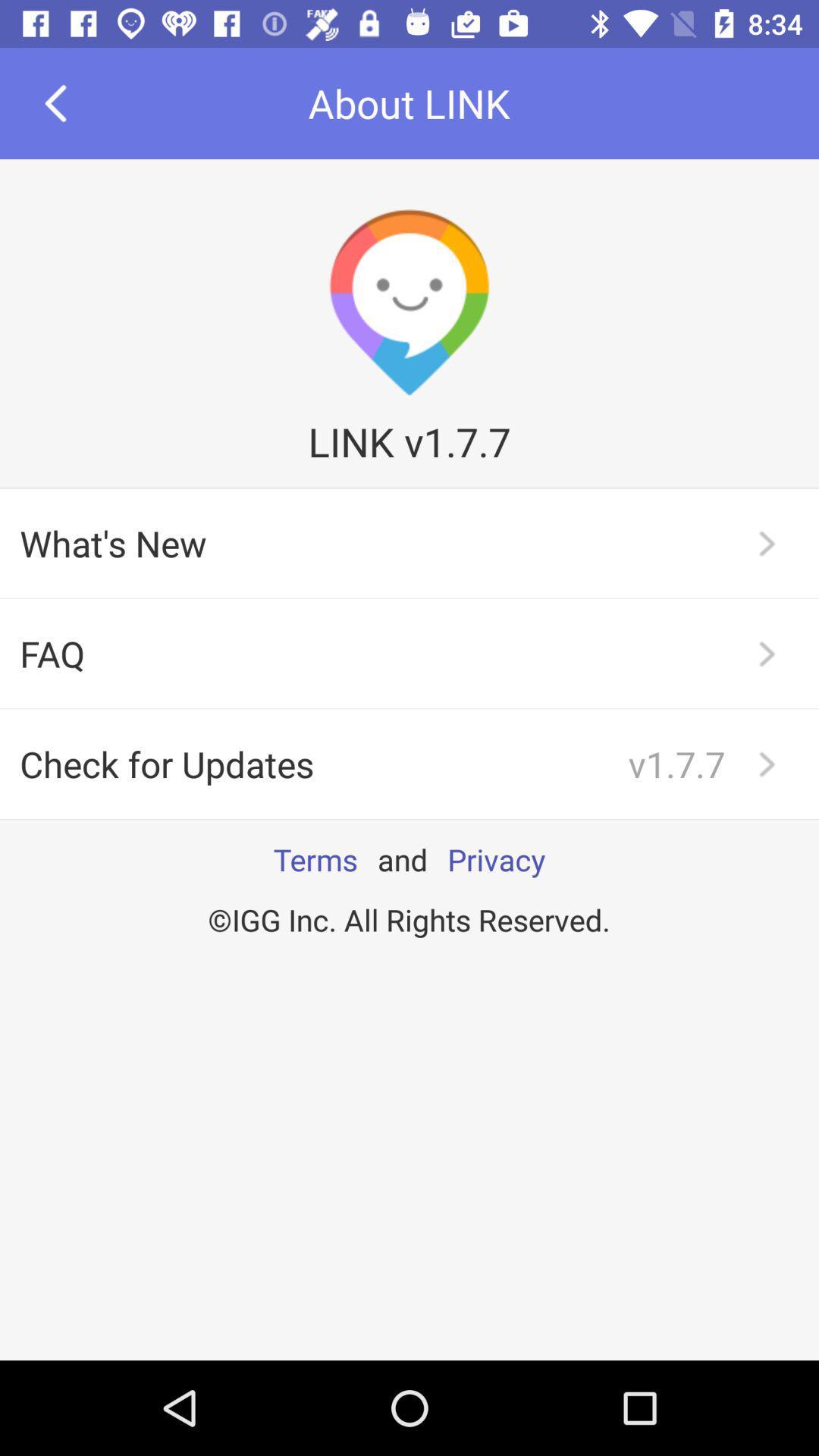  What do you see at coordinates (496, 859) in the screenshot?
I see `the privacy icon` at bounding box center [496, 859].